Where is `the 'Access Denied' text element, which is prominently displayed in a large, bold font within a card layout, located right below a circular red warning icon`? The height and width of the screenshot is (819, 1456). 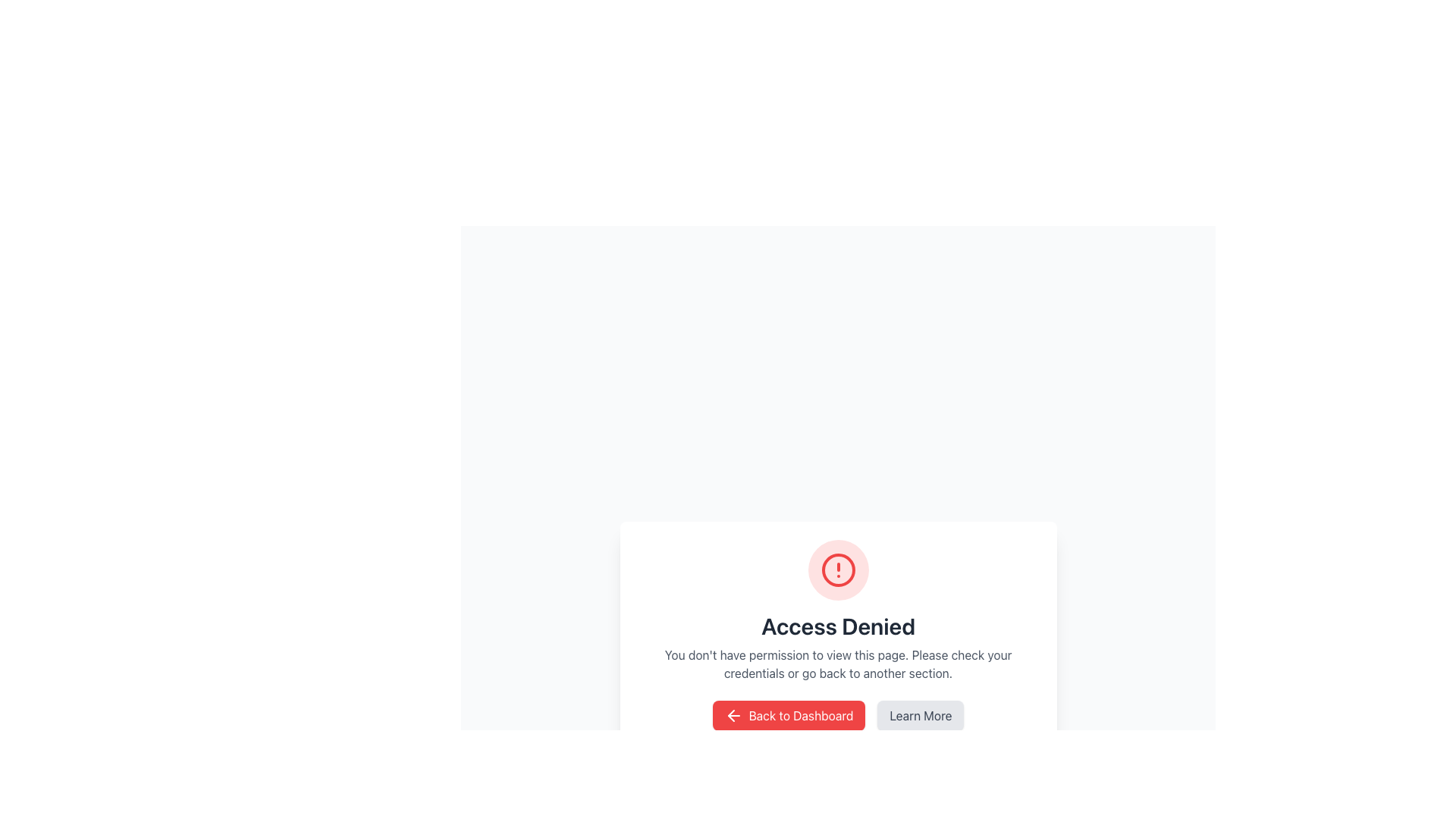
the 'Access Denied' text element, which is prominently displayed in a large, bold font within a card layout, located right below a circular red warning icon is located at coordinates (837, 626).